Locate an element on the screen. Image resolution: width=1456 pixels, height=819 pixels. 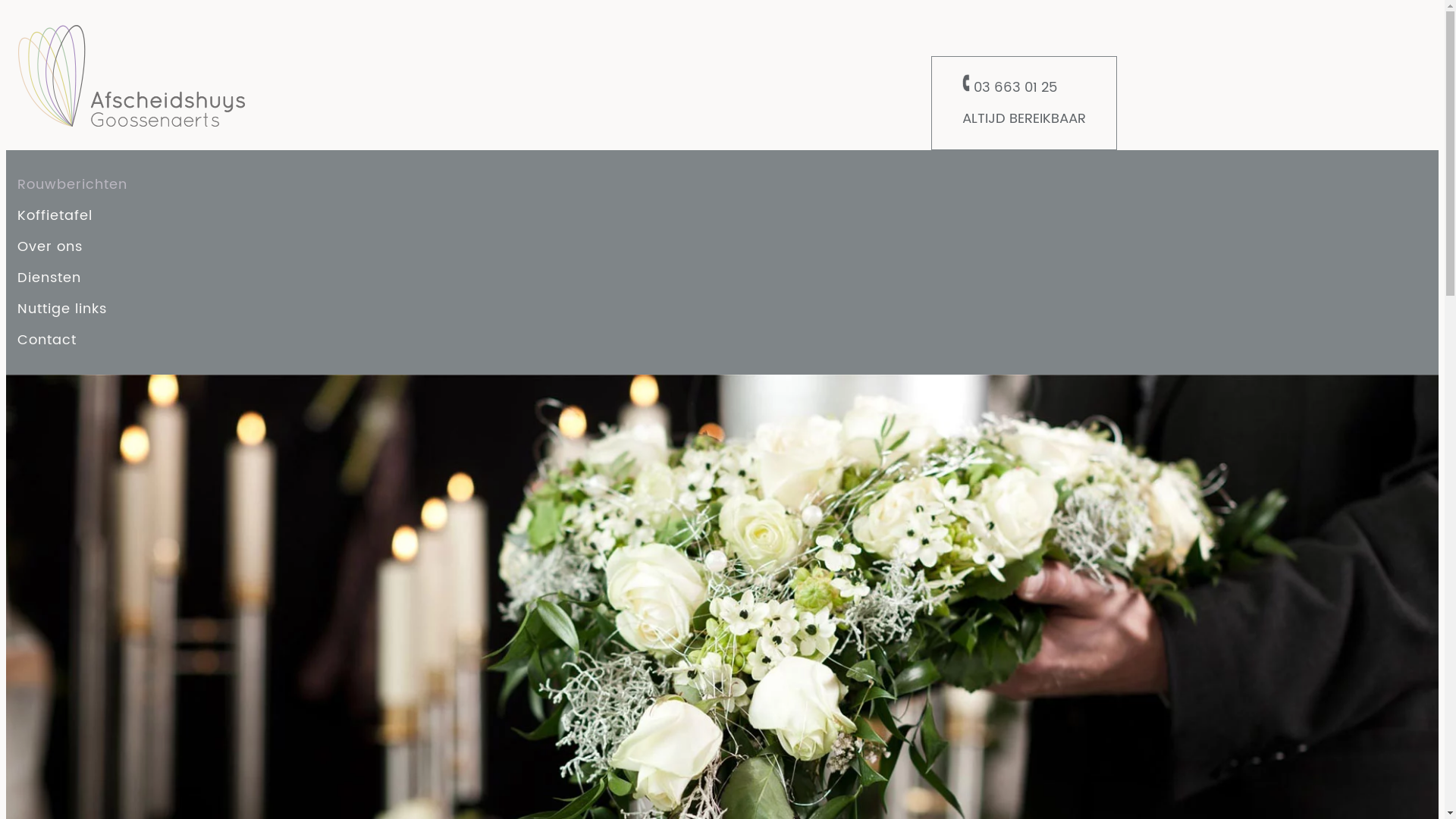
'Contact' is located at coordinates (17, 339).